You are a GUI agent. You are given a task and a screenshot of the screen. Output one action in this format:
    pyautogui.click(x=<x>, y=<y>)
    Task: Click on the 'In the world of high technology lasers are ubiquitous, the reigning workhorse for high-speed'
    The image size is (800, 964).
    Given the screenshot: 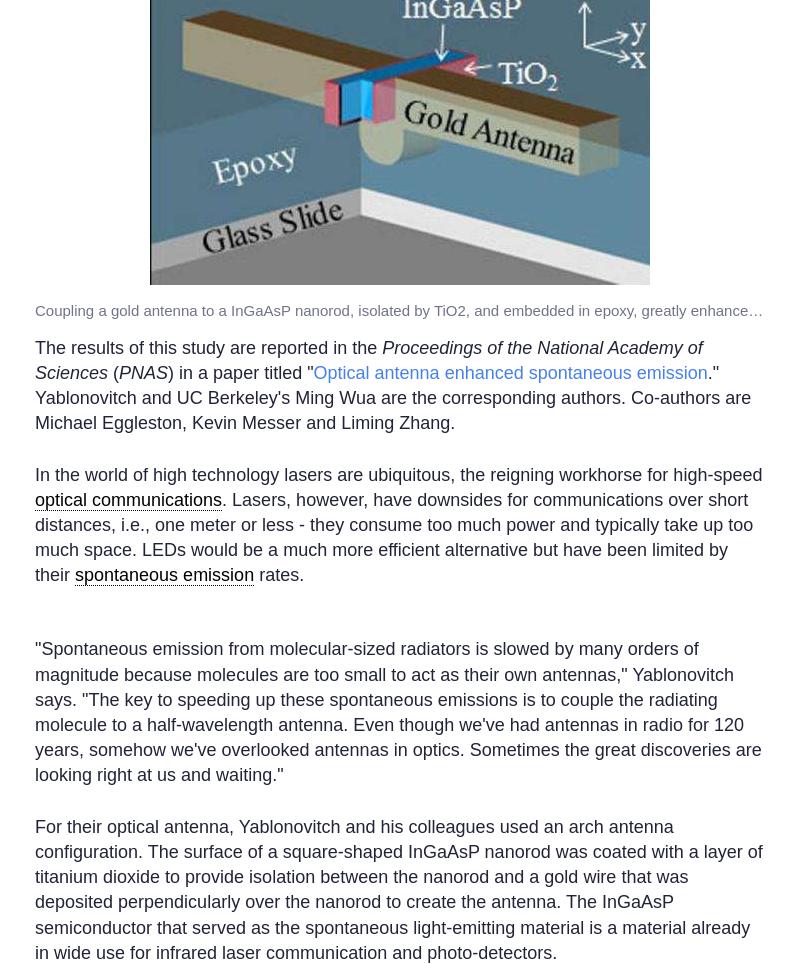 What is the action you would take?
    pyautogui.click(x=33, y=473)
    